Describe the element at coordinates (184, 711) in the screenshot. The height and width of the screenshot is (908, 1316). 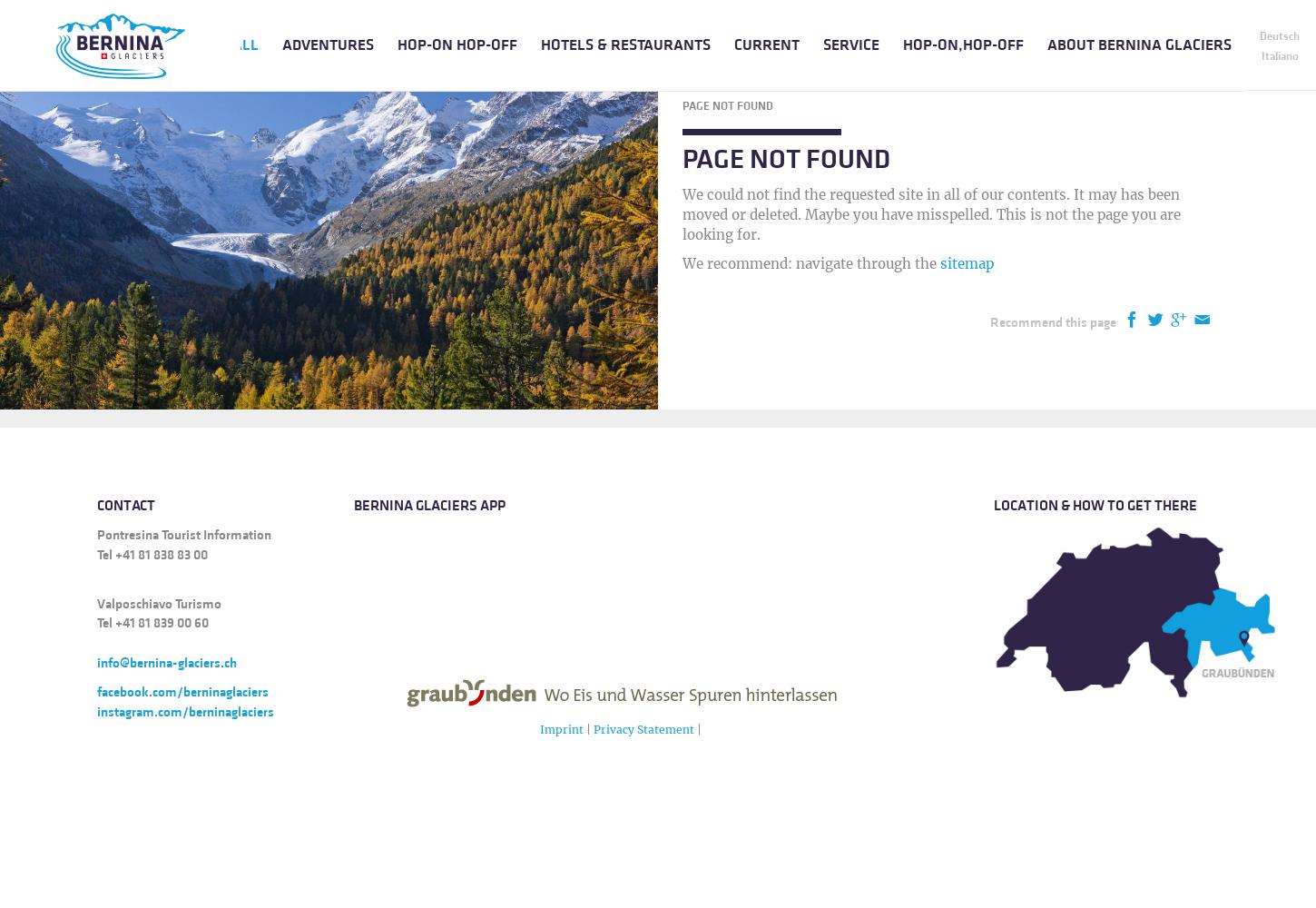
I see `'instagram.com/berninaglaciers'` at that location.